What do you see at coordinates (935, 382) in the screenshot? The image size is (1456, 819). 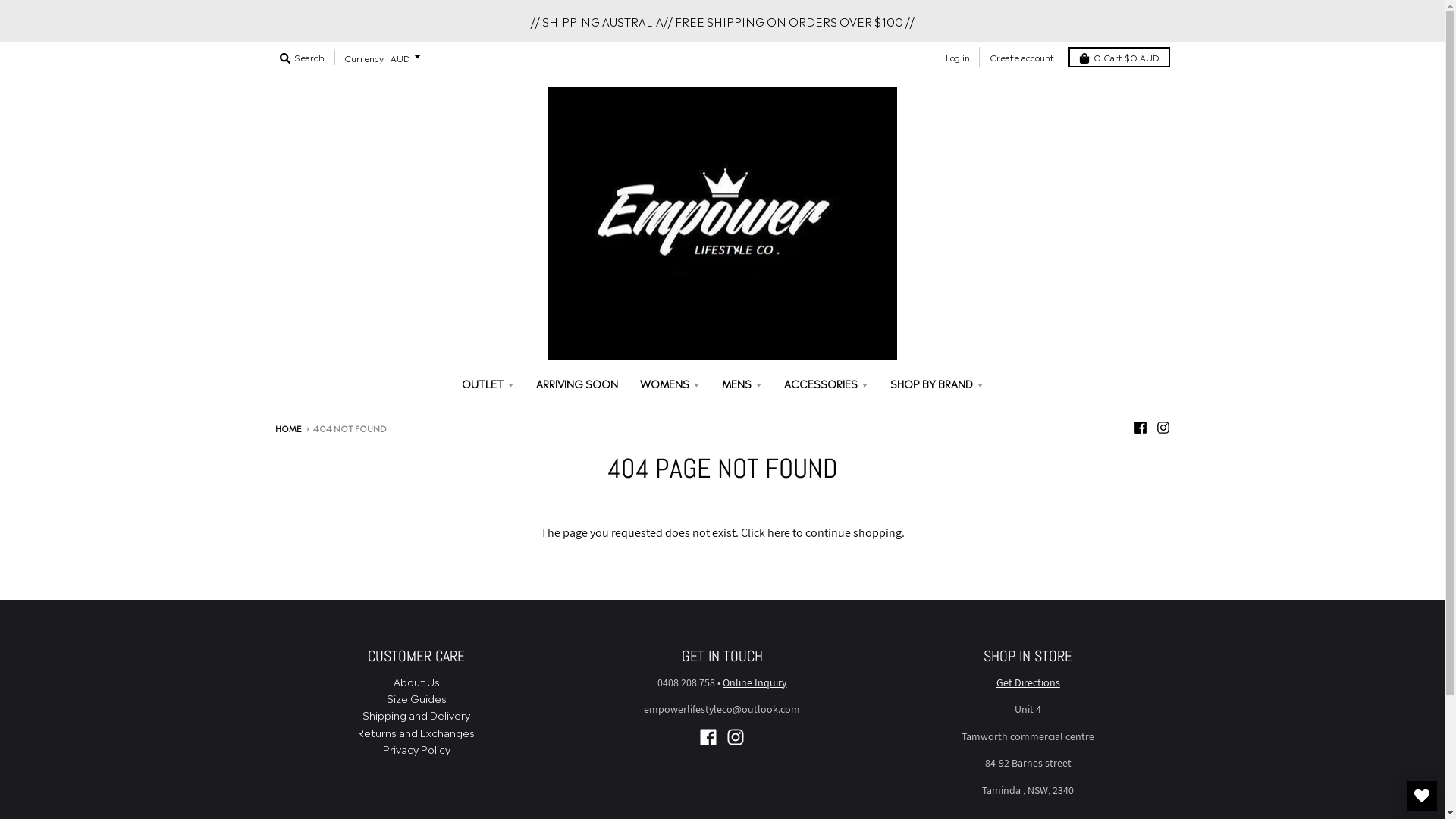 I see `'SHOP BY BRAND'` at bounding box center [935, 382].